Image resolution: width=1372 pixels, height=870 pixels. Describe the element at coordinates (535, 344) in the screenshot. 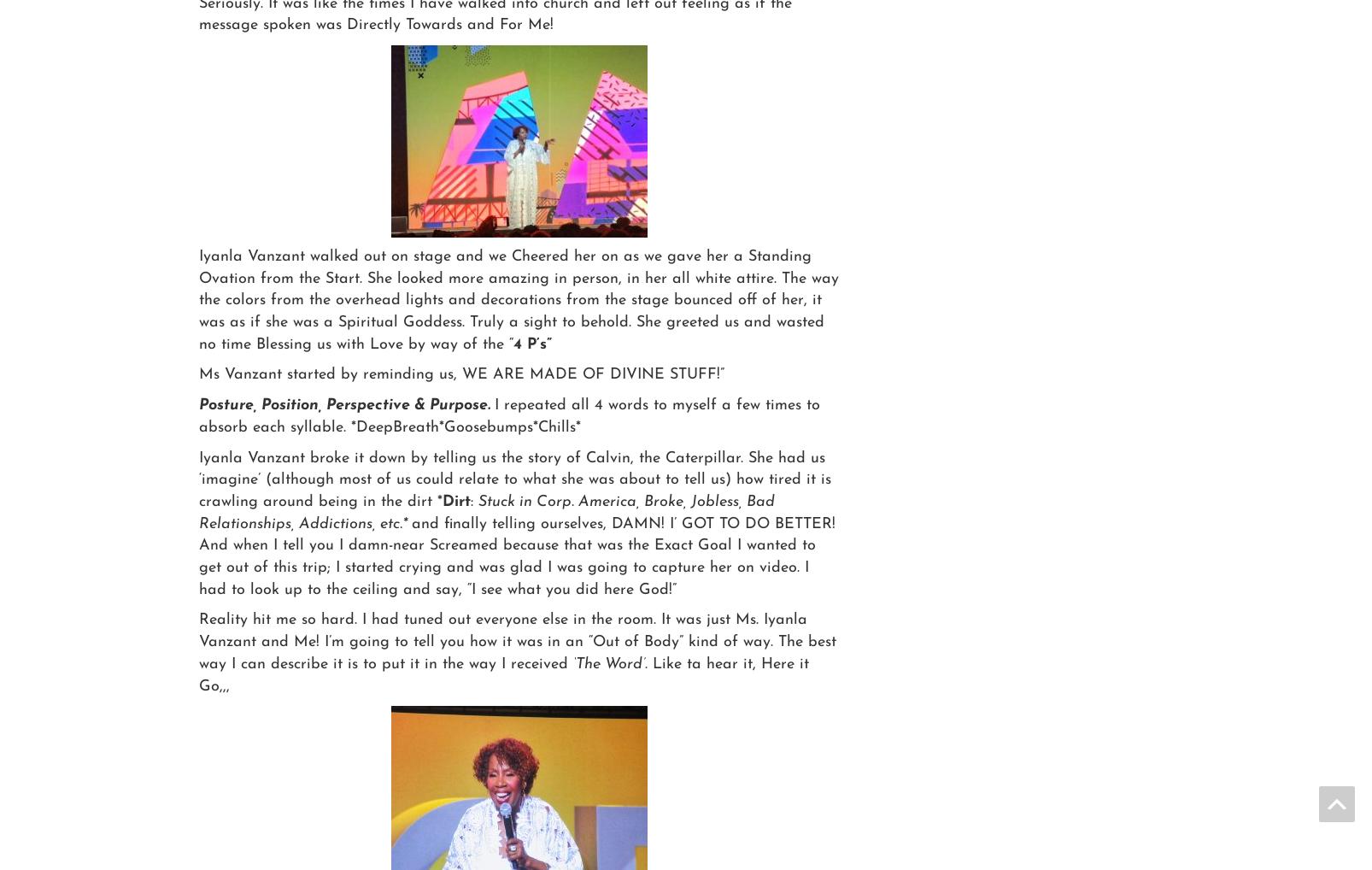

I see `'4 P’s”'` at that location.